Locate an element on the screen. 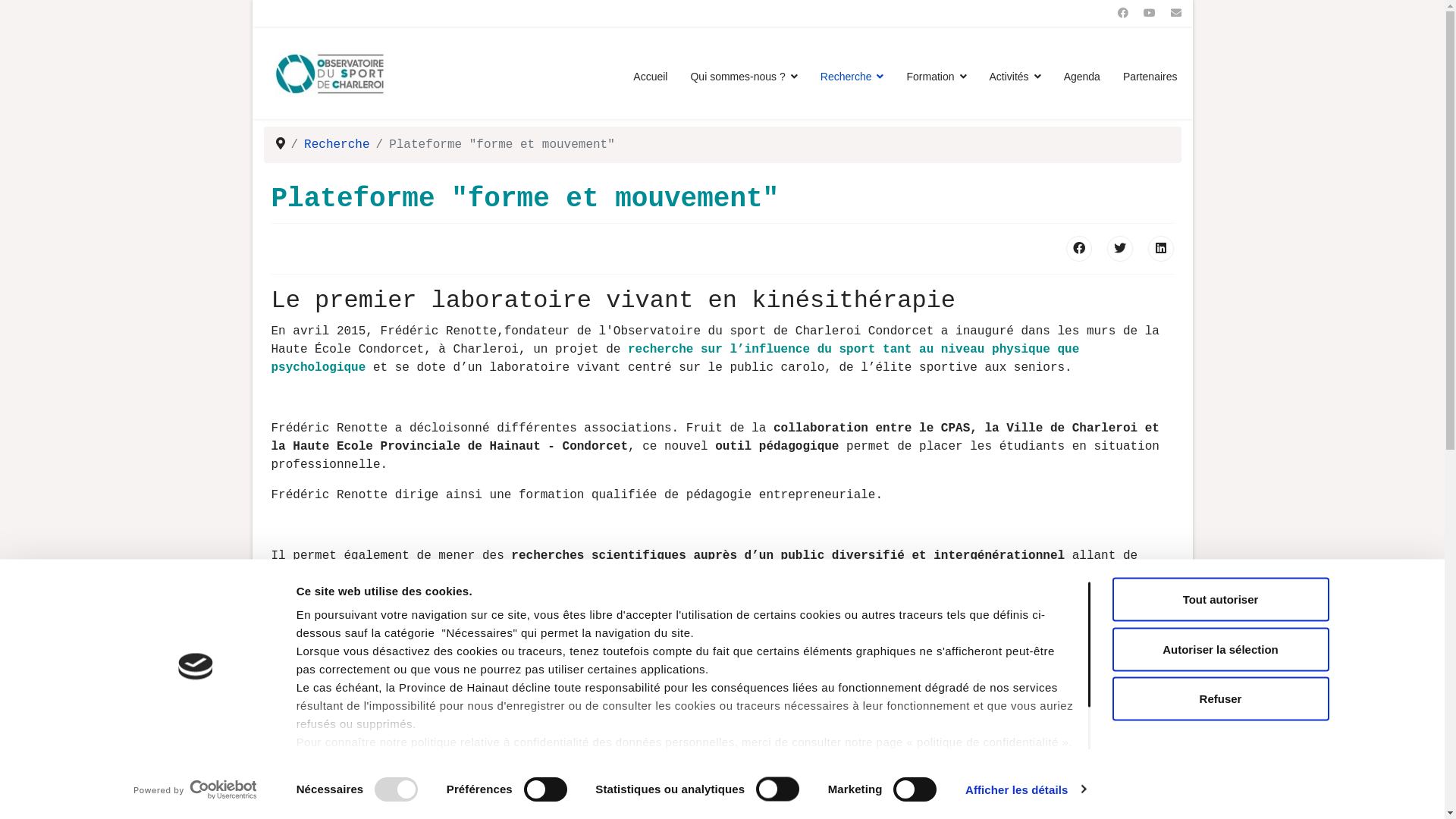 The image size is (1456, 819). 'Tout autoriser' is located at coordinates (1219, 598).